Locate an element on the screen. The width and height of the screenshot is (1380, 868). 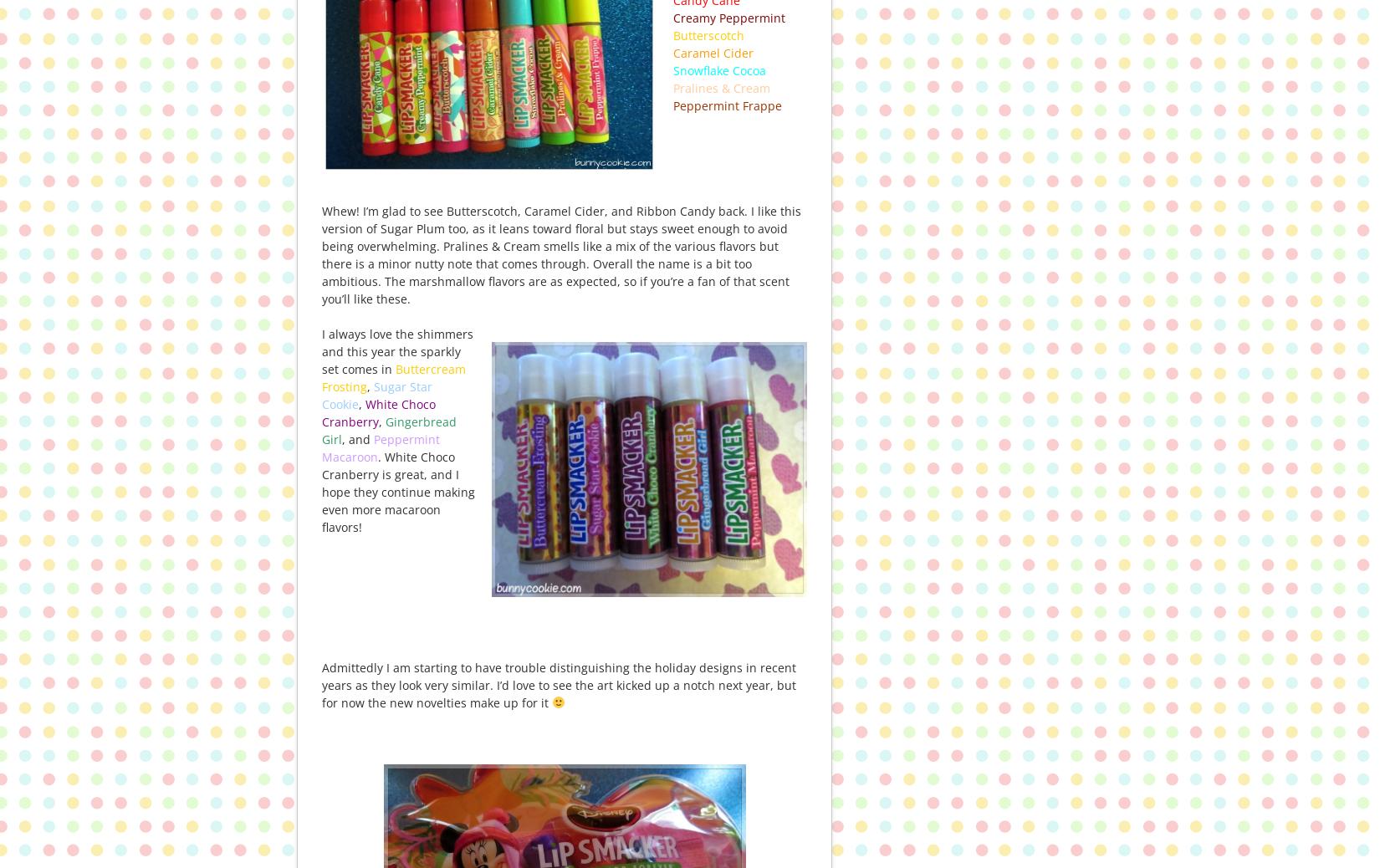
'Admittedly I am starting to have trouble distinguishing the holiday designs in recent years as they look very similar. I’d love to see the art kicked up a notch next year, but for now the new novelties make up for it' is located at coordinates (558, 684).